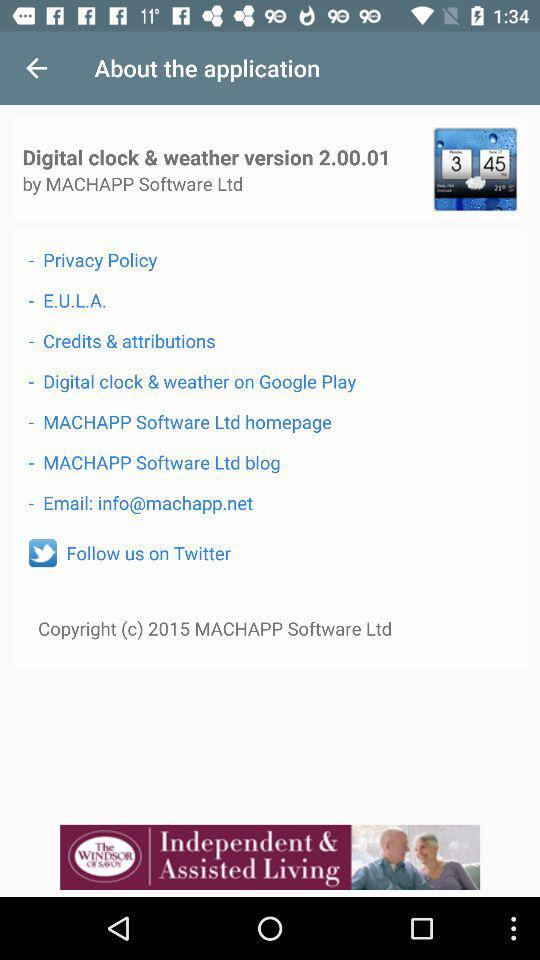  I want to click on advertisement display, so click(270, 856).